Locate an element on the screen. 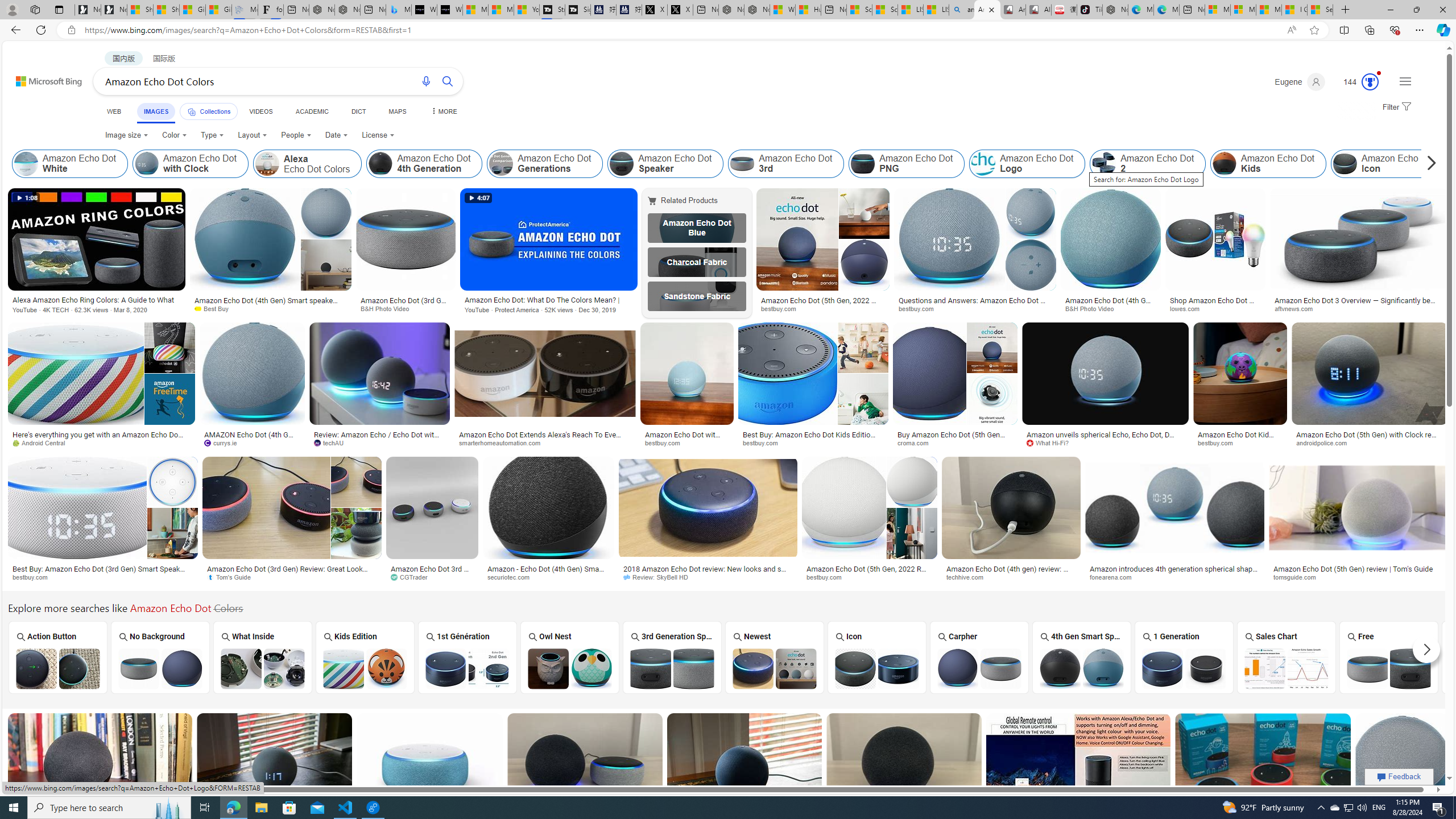 Image resolution: width=1456 pixels, height=819 pixels. 'Image size' is located at coordinates (127, 135).